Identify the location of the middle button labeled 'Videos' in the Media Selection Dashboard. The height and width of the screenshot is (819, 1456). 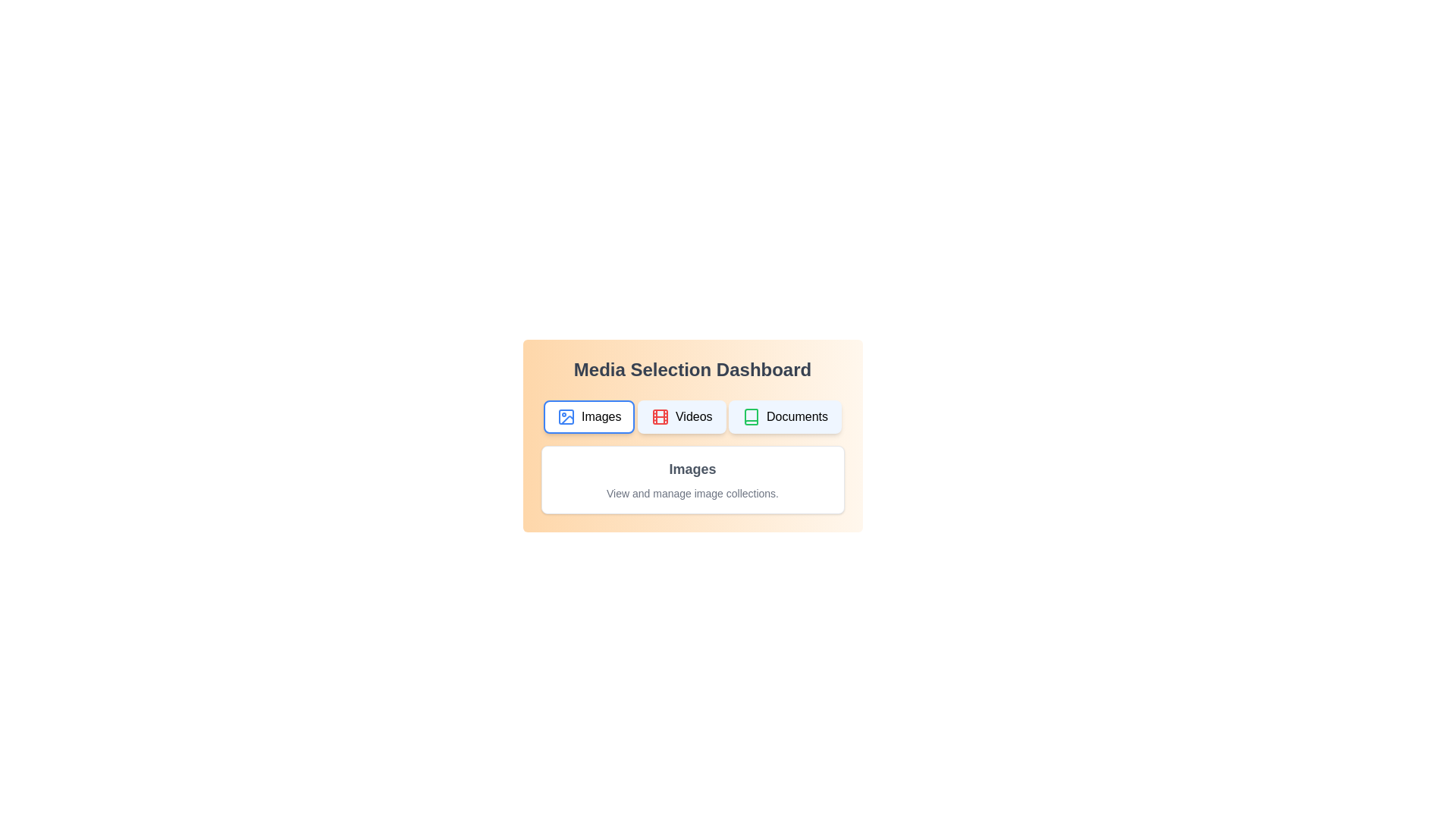
(692, 417).